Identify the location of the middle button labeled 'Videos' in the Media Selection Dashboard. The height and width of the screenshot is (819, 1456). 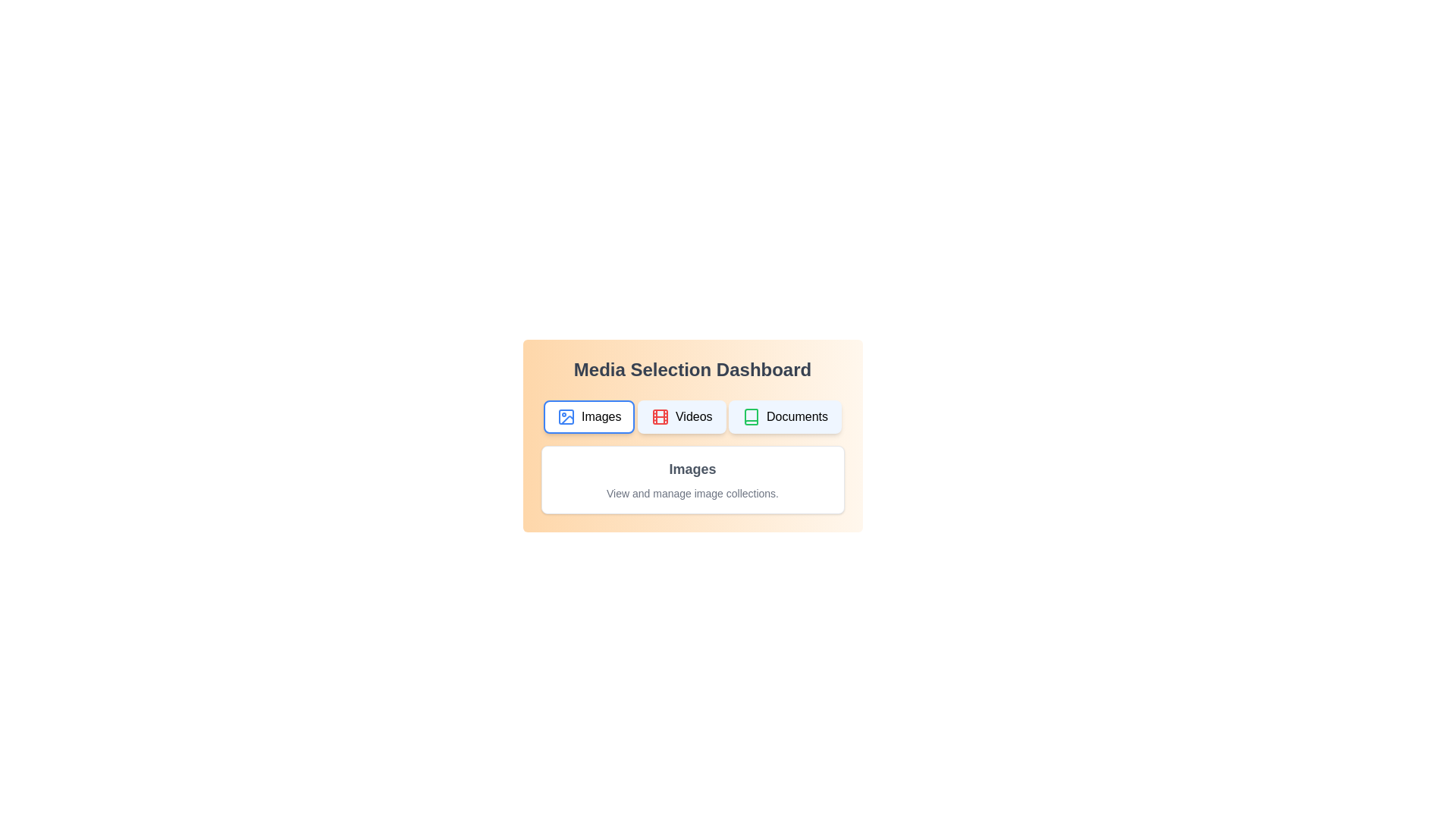
(692, 417).